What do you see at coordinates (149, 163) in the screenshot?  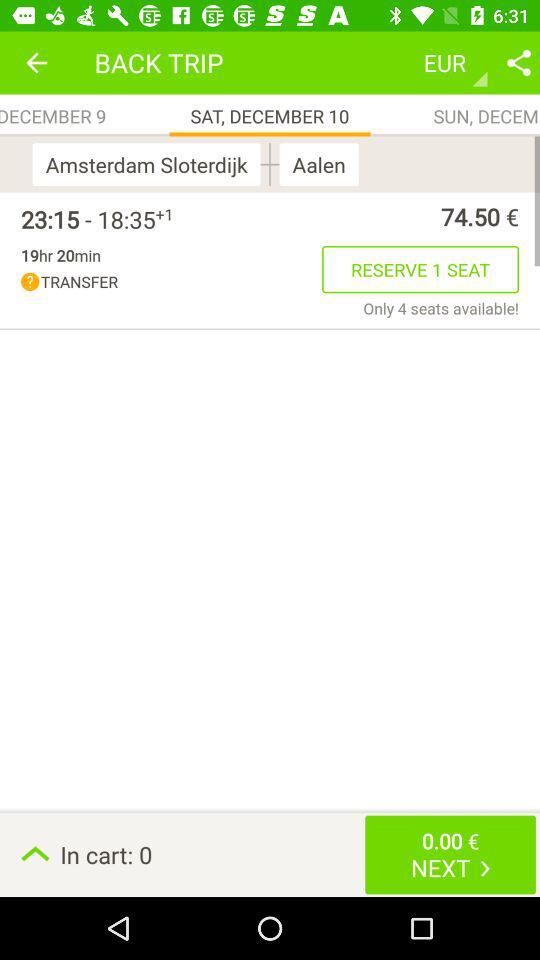 I see `the icon below fri, december 9 icon` at bounding box center [149, 163].